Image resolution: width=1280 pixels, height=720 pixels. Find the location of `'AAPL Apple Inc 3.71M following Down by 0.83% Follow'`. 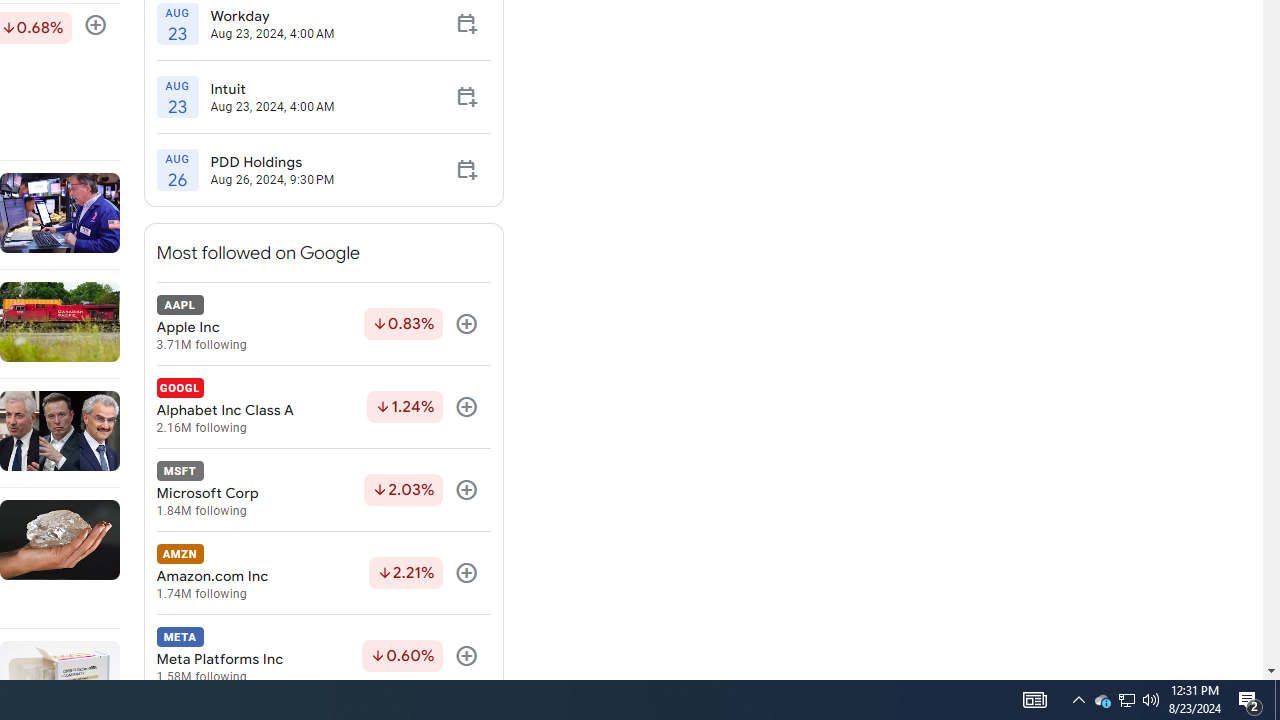

'AAPL Apple Inc 3.71M following Down by 0.83% Follow' is located at coordinates (323, 323).